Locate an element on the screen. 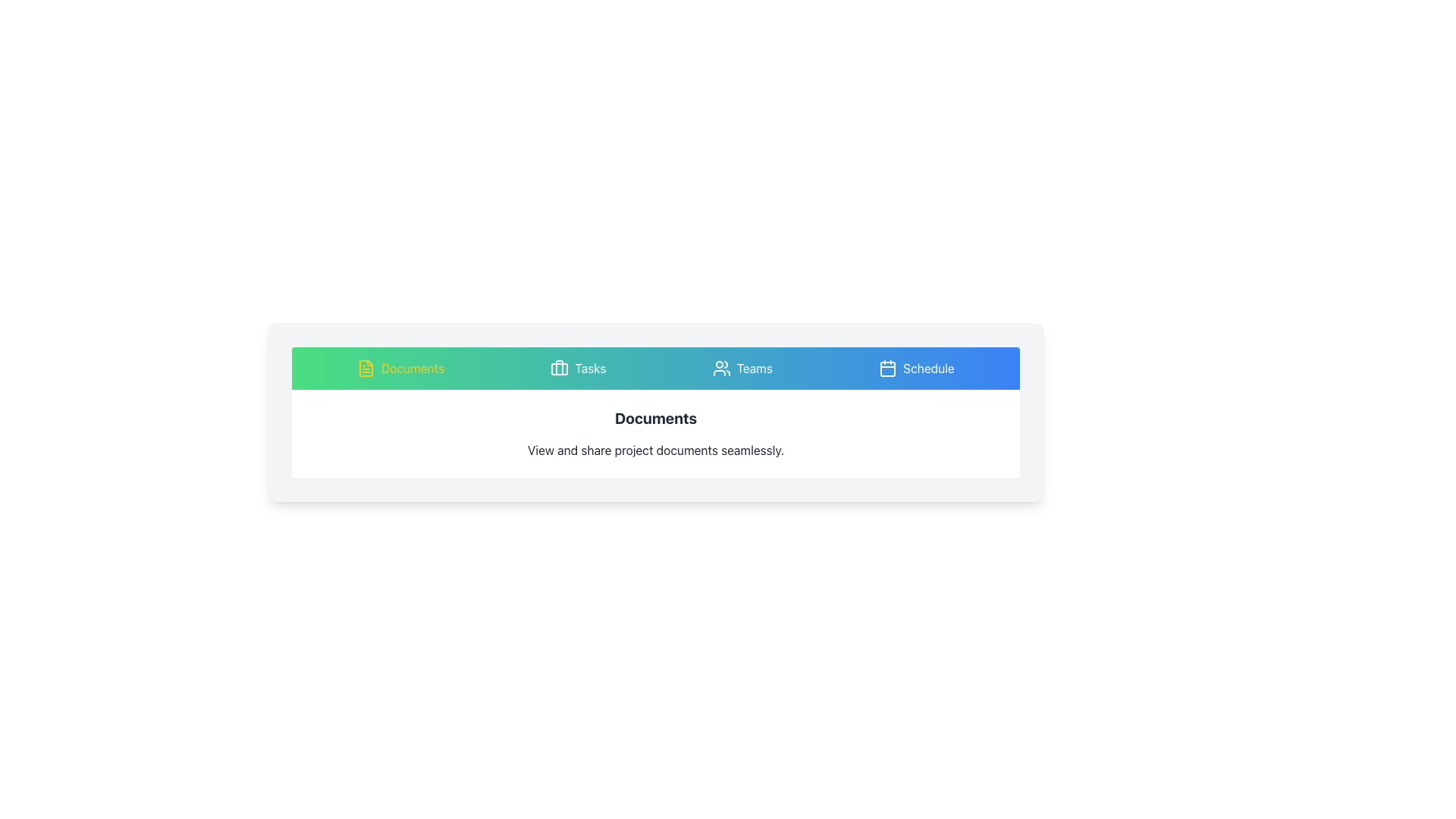  the SVG rectangle element inside the calendar icon, located on the rightmost side of the navigation bar aligned with the 'Schedule' label is located at coordinates (888, 369).